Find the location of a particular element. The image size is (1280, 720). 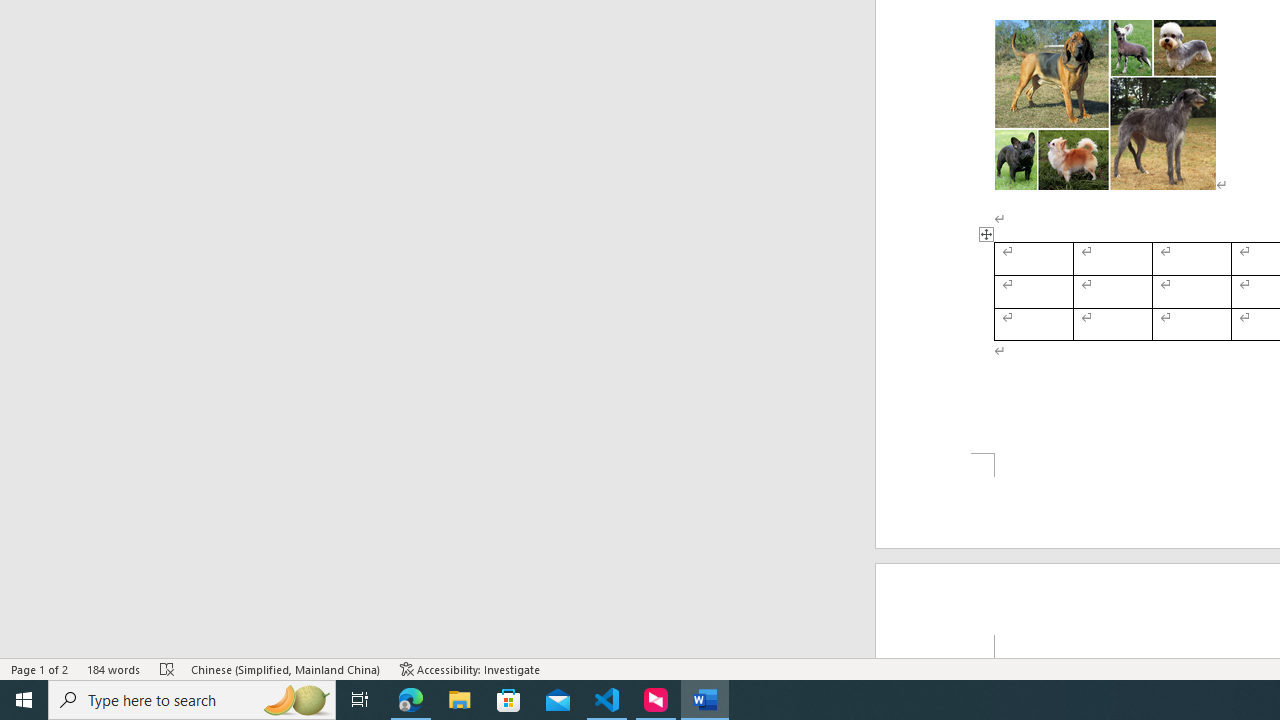

'Page Number Page 1 of 2' is located at coordinates (40, 669).